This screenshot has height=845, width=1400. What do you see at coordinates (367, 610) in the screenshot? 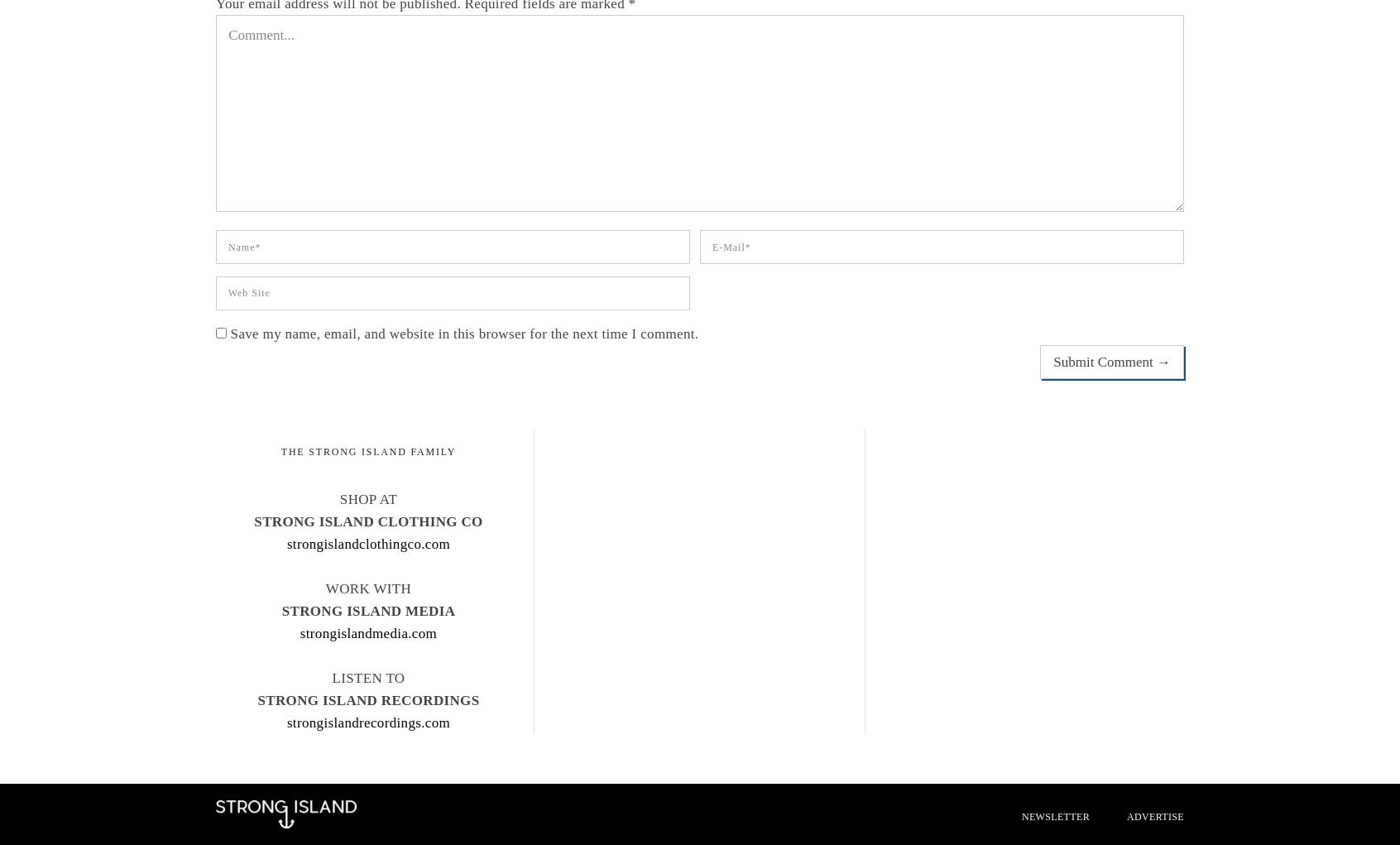
I see `'STRONG ISLAND MEDIA'` at bounding box center [367, 610].